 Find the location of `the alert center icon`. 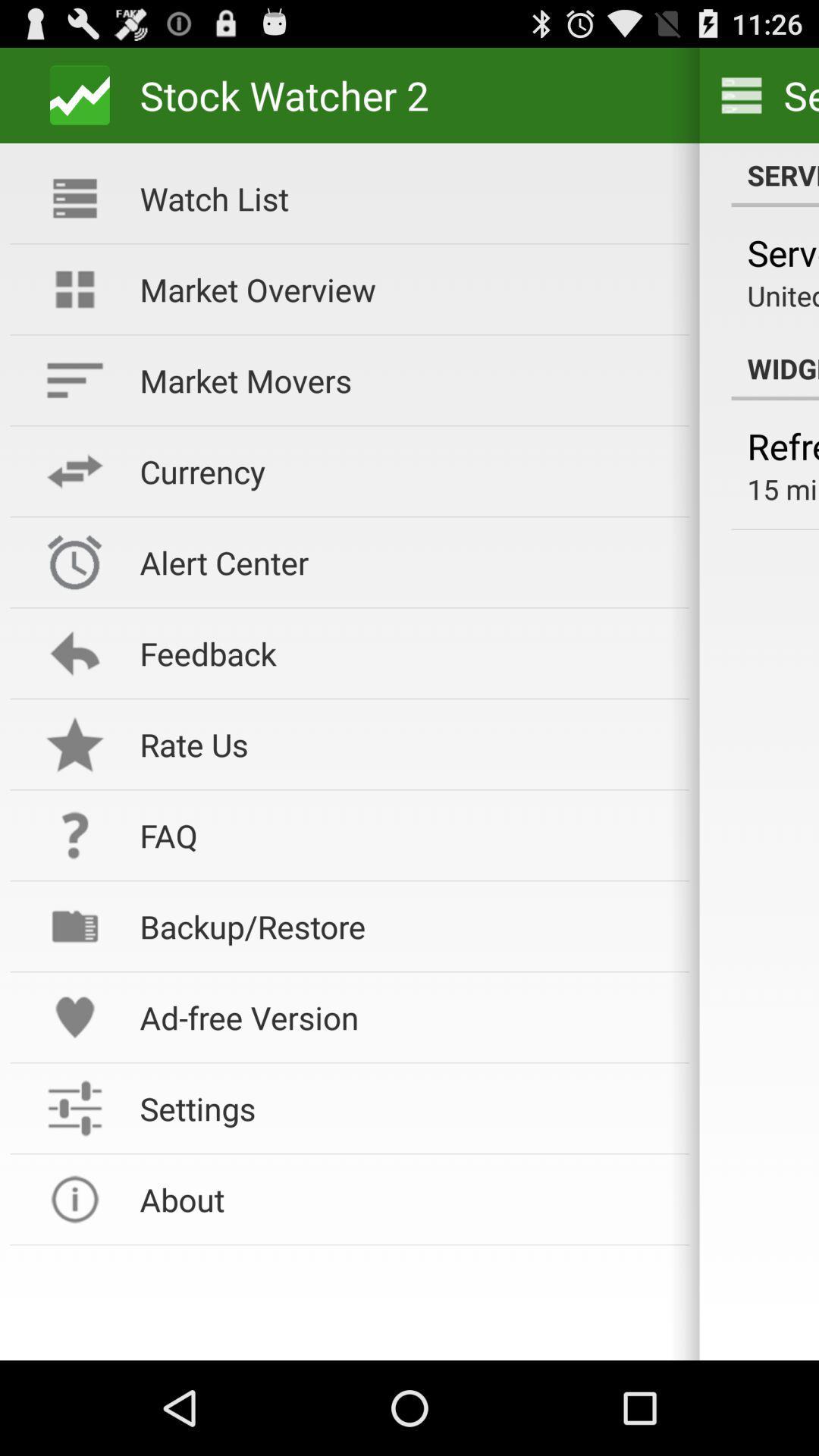

the alert center icon is located at coordinates (403, 561).